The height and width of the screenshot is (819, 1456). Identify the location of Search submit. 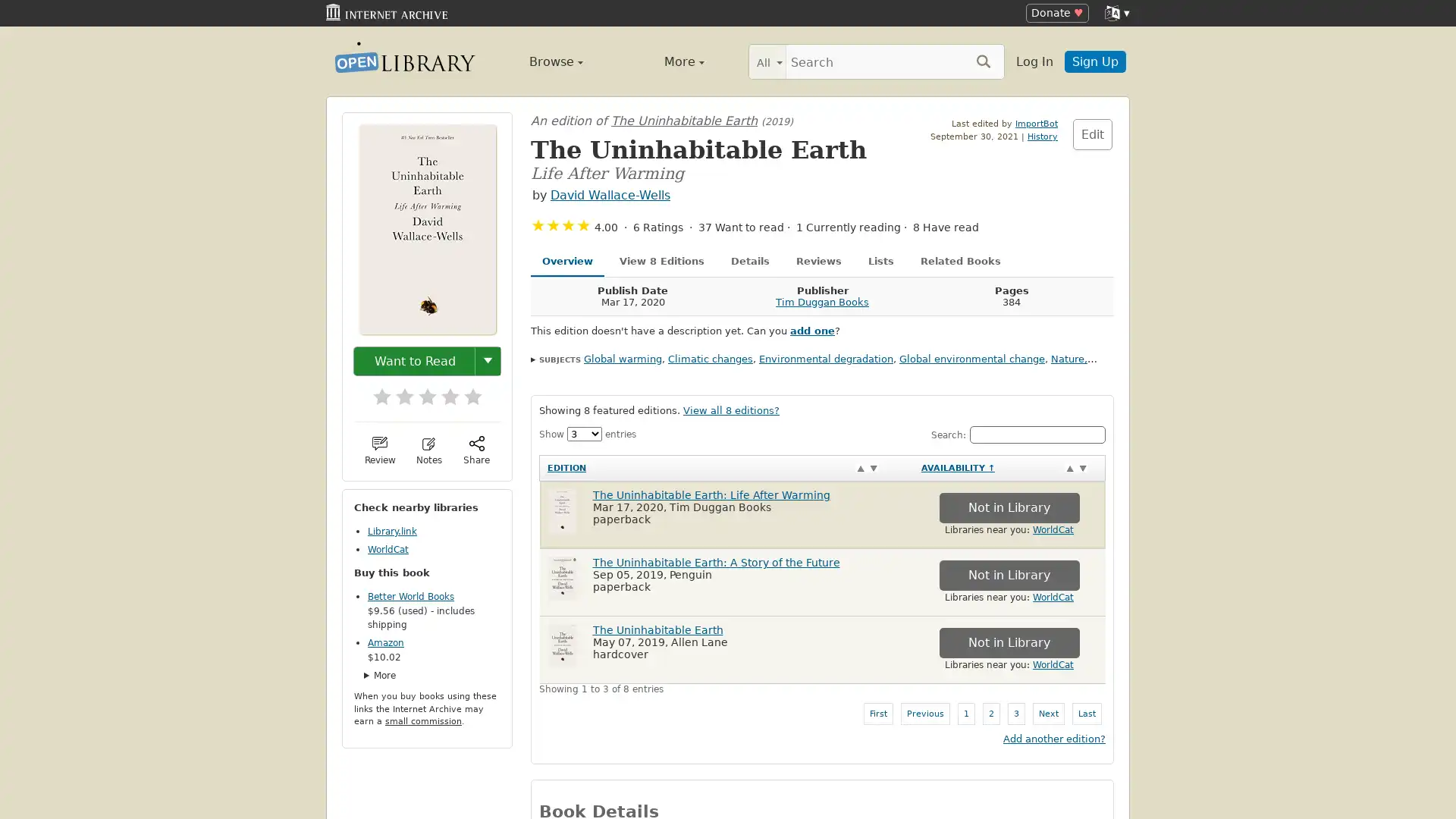
(983, 60).